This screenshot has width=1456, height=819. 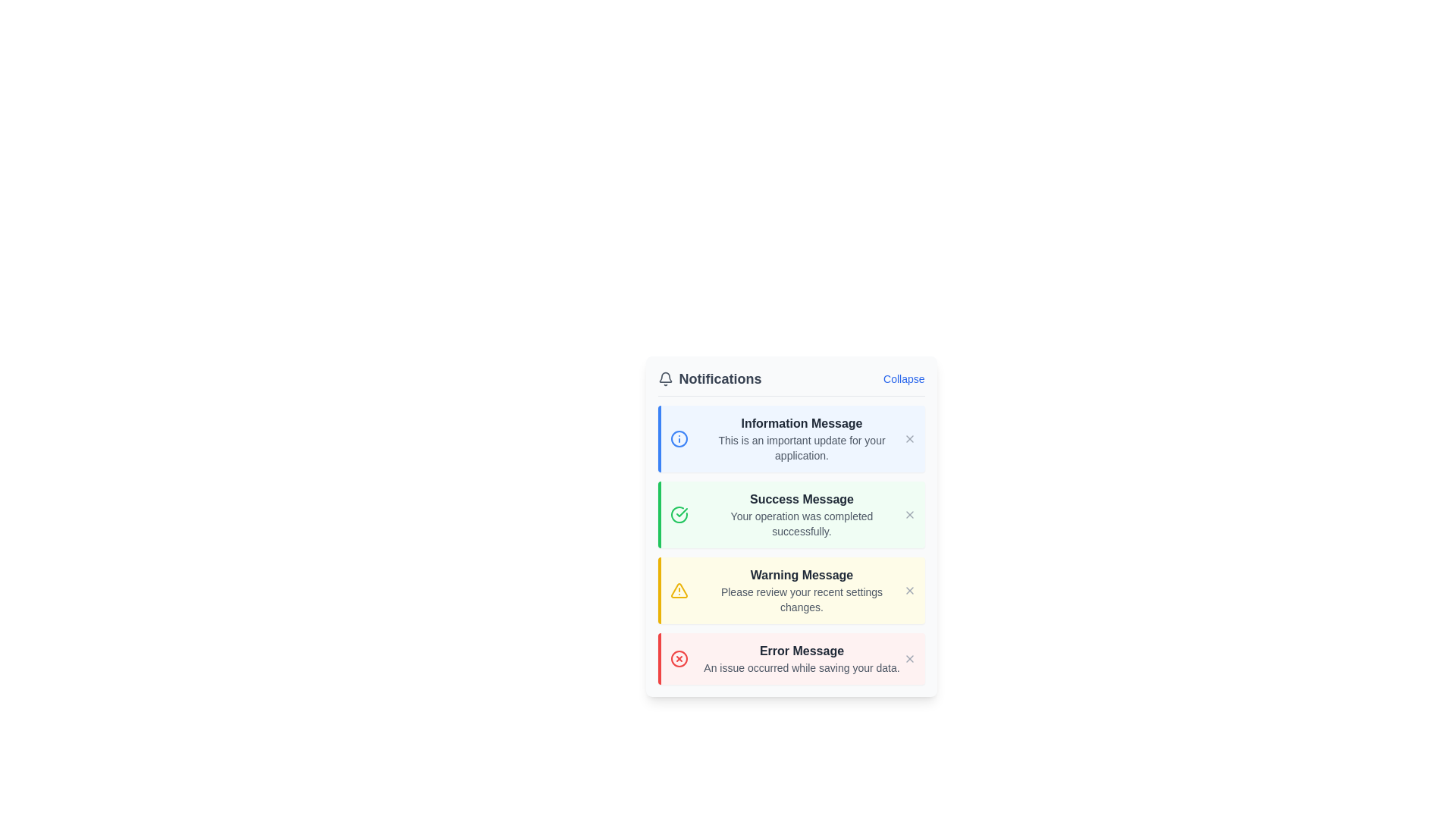 I want to click on the 'Information Message' text label, which is styled in bold dark gray and located at the top of the first notification card with a light blue background, so click(x=801, y=424).